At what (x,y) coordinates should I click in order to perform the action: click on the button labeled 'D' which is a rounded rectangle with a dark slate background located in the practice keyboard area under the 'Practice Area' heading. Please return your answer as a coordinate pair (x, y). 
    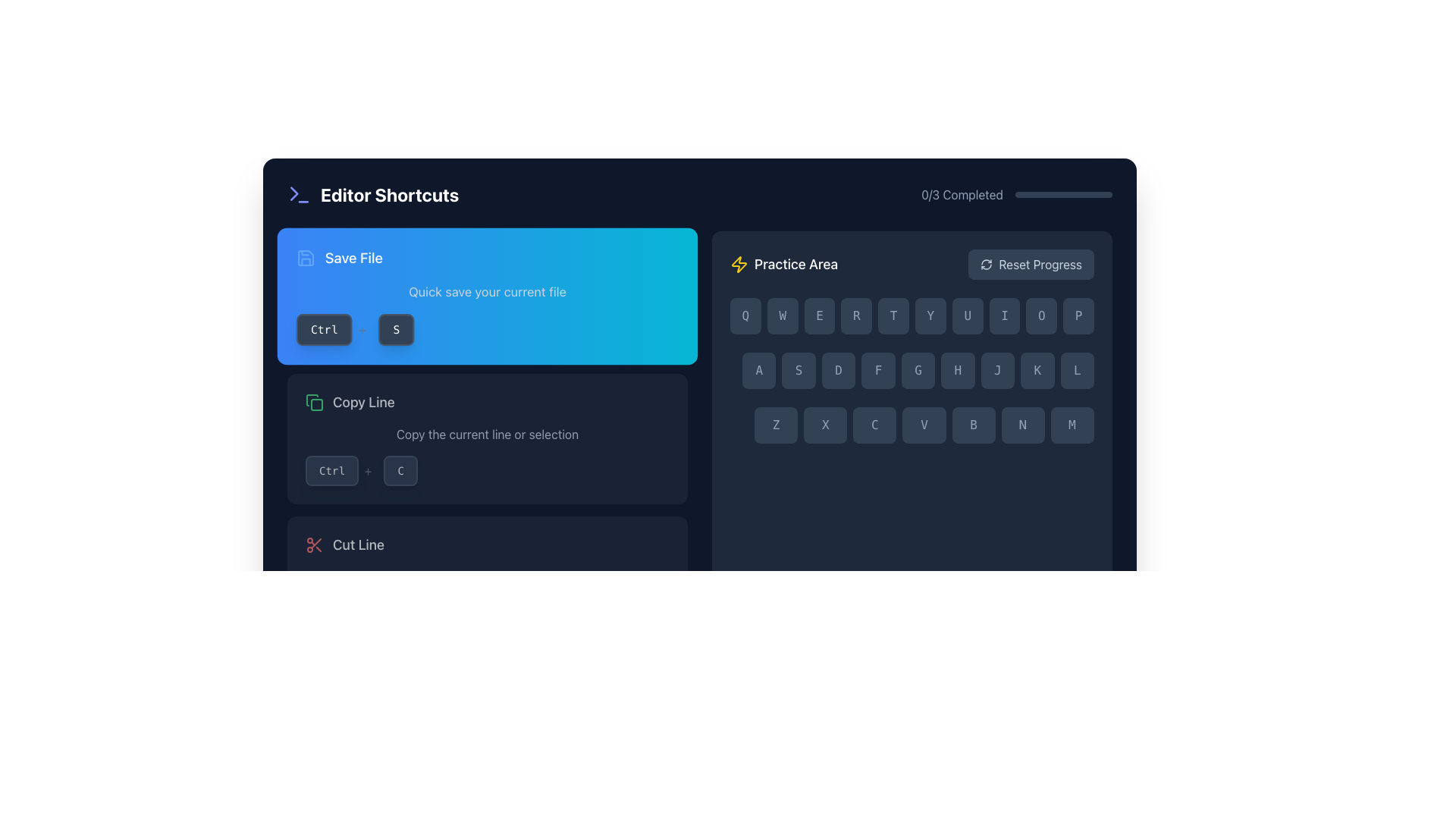
    Looking at the image, I should click on (838, 371).